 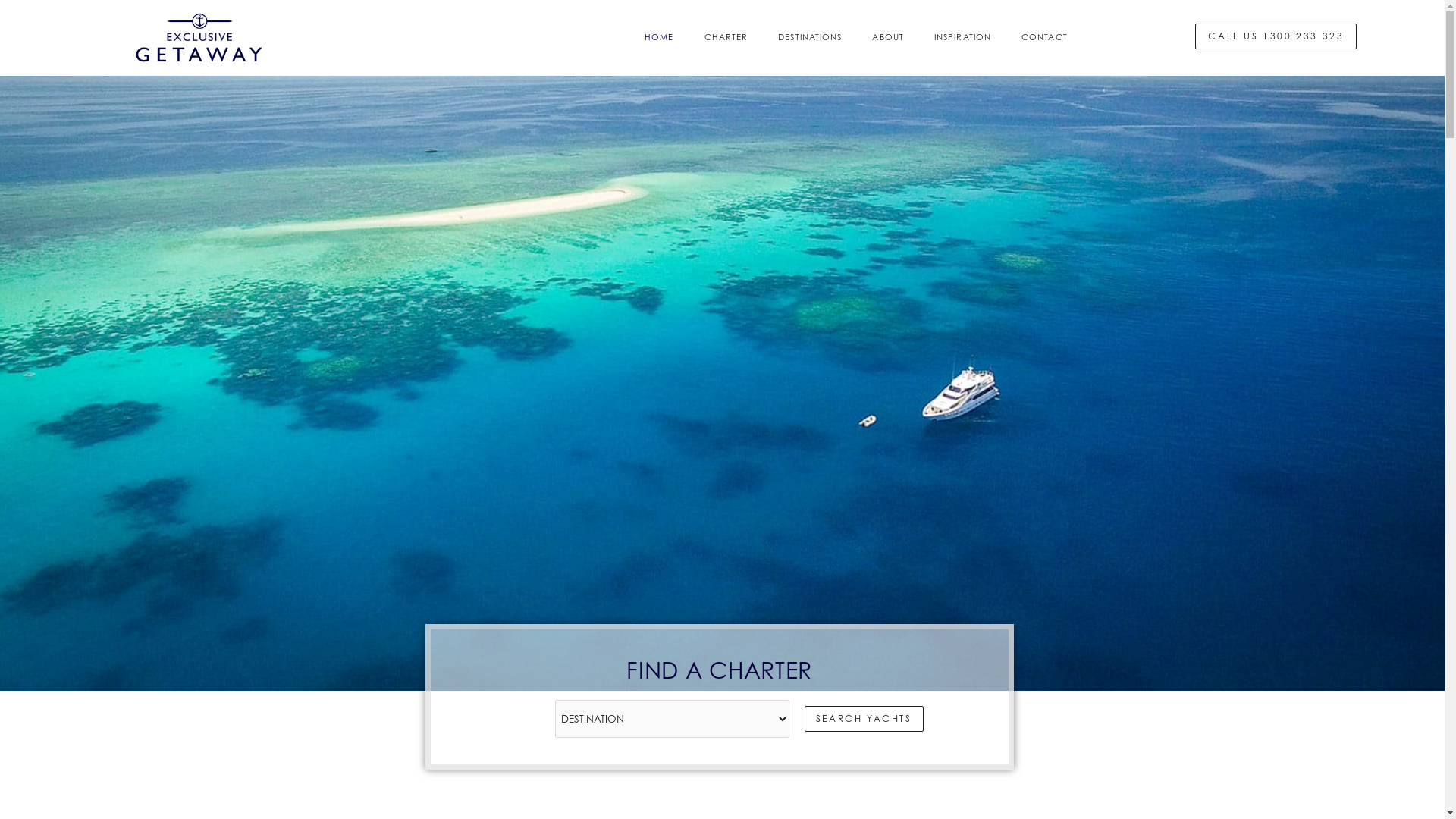 I want to click on 'ABOUT', so click(x=888, y=62).